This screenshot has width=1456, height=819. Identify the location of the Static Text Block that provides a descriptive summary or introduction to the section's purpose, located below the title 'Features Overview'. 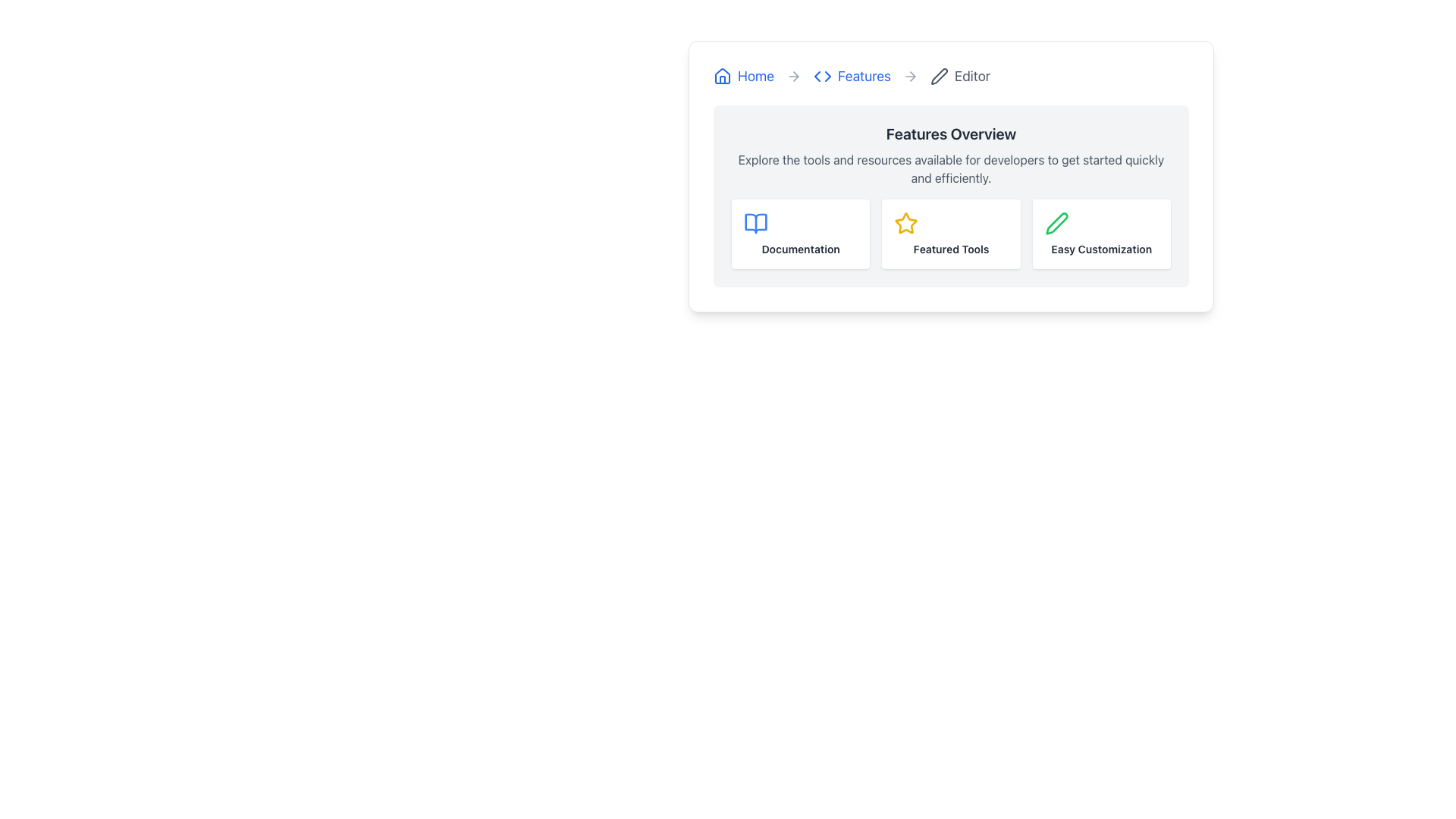
(950, 169).